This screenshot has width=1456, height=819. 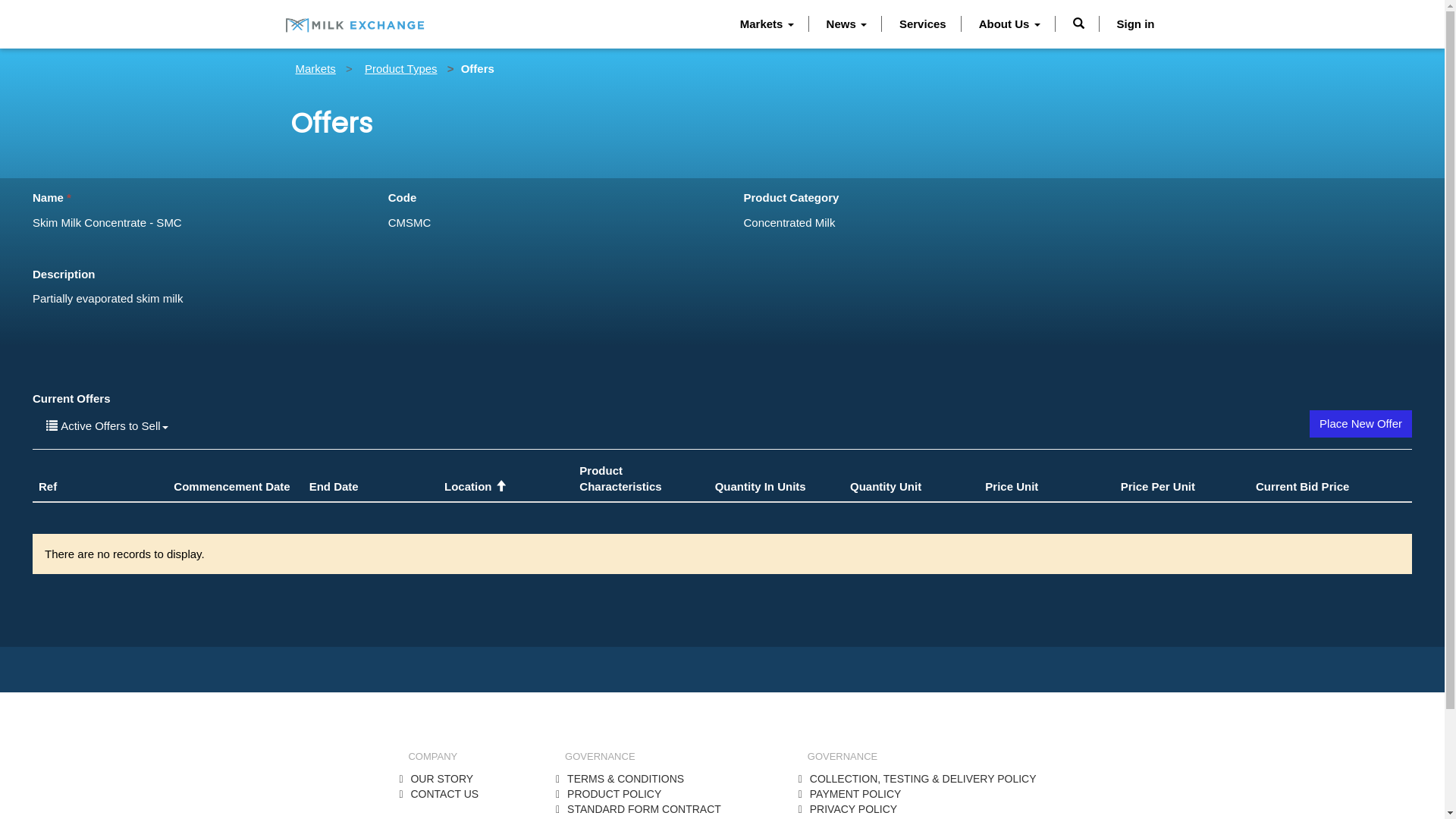 I want to click on 'Services', so click(x=922, y=23).